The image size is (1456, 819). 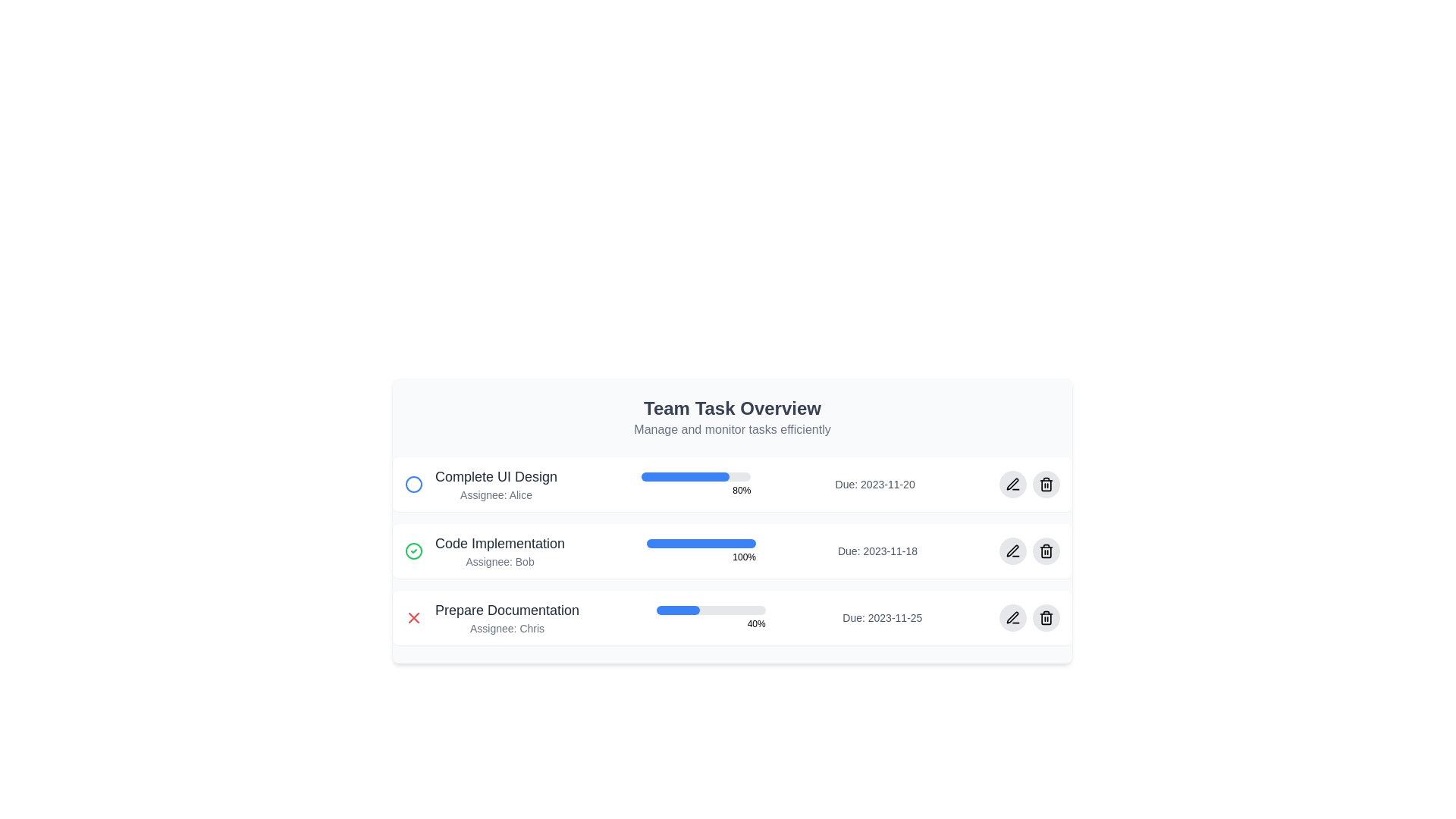 What do you see at coordinates (1012, 485) in the screenshot?
I see `the edit button located on the right side of the topmost task row, which allows the user to modify task details, to trigger a hover style change` at bounding box center [1012, 485].